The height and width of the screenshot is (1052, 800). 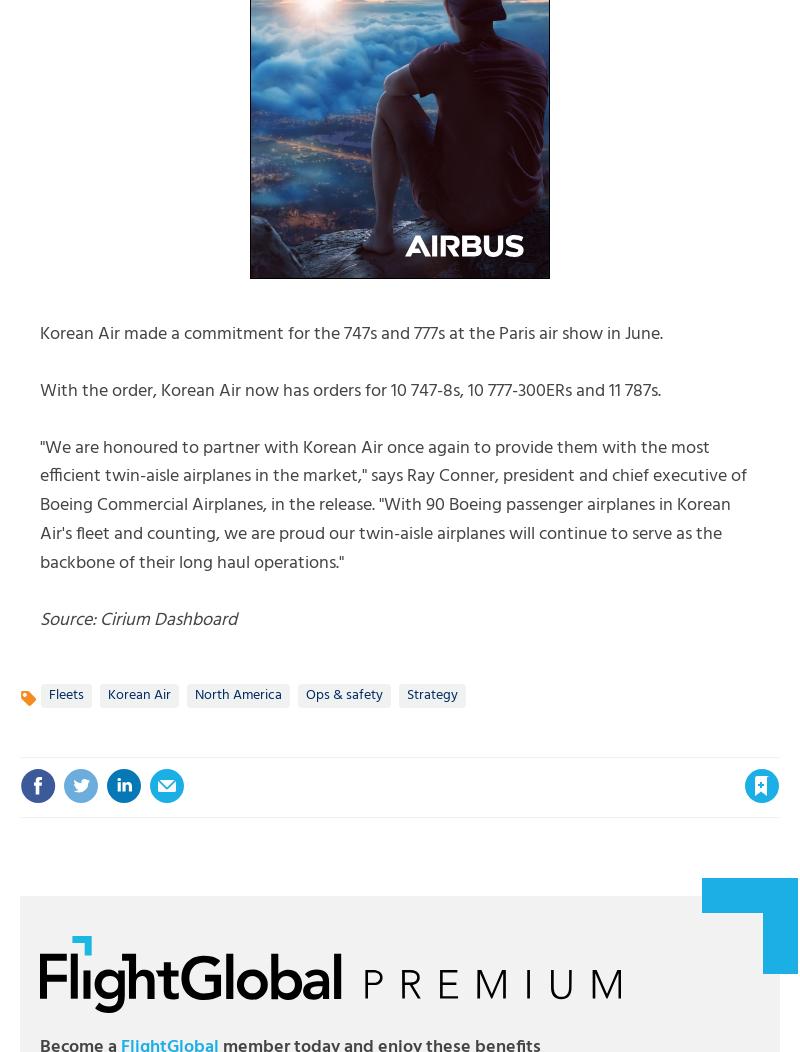 I want to click on 'Source: Cirium Dashboard', so click(x=138, y=619).